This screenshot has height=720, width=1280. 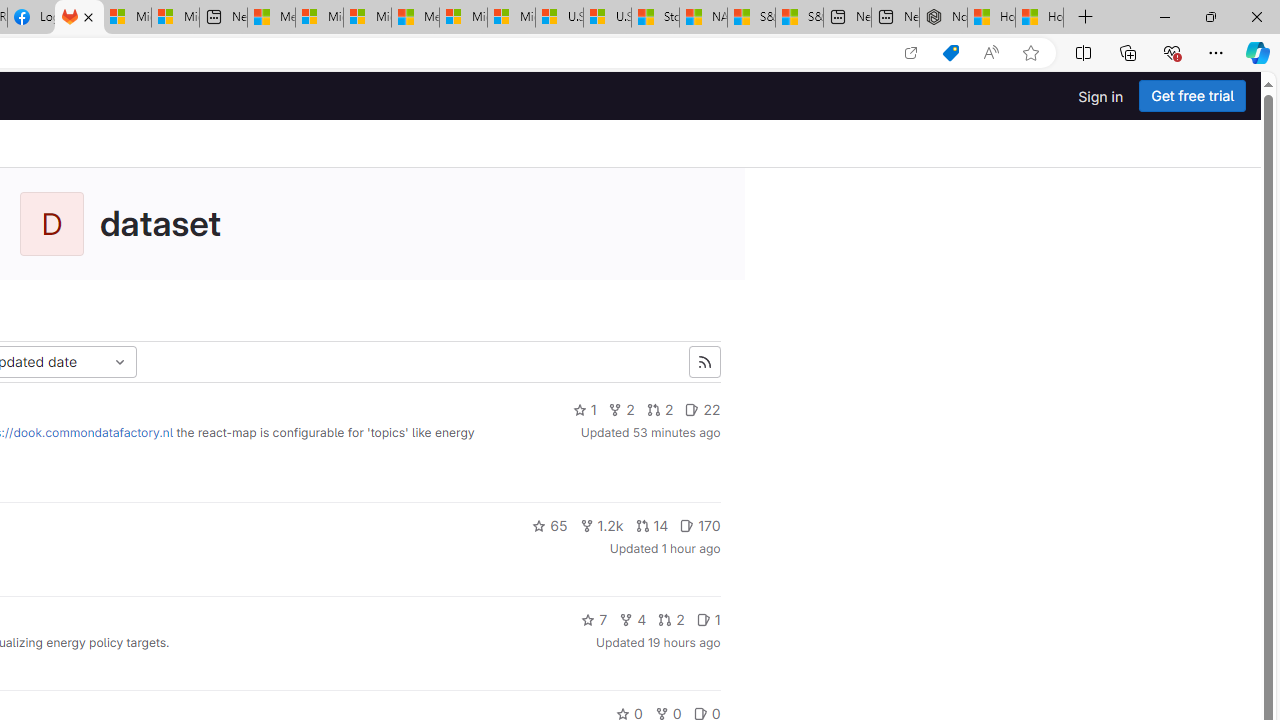 What do you see at coordinates (1192, 96) in the screenshot?
I see `'Get free trial'` at bounding box center [1192, 96].